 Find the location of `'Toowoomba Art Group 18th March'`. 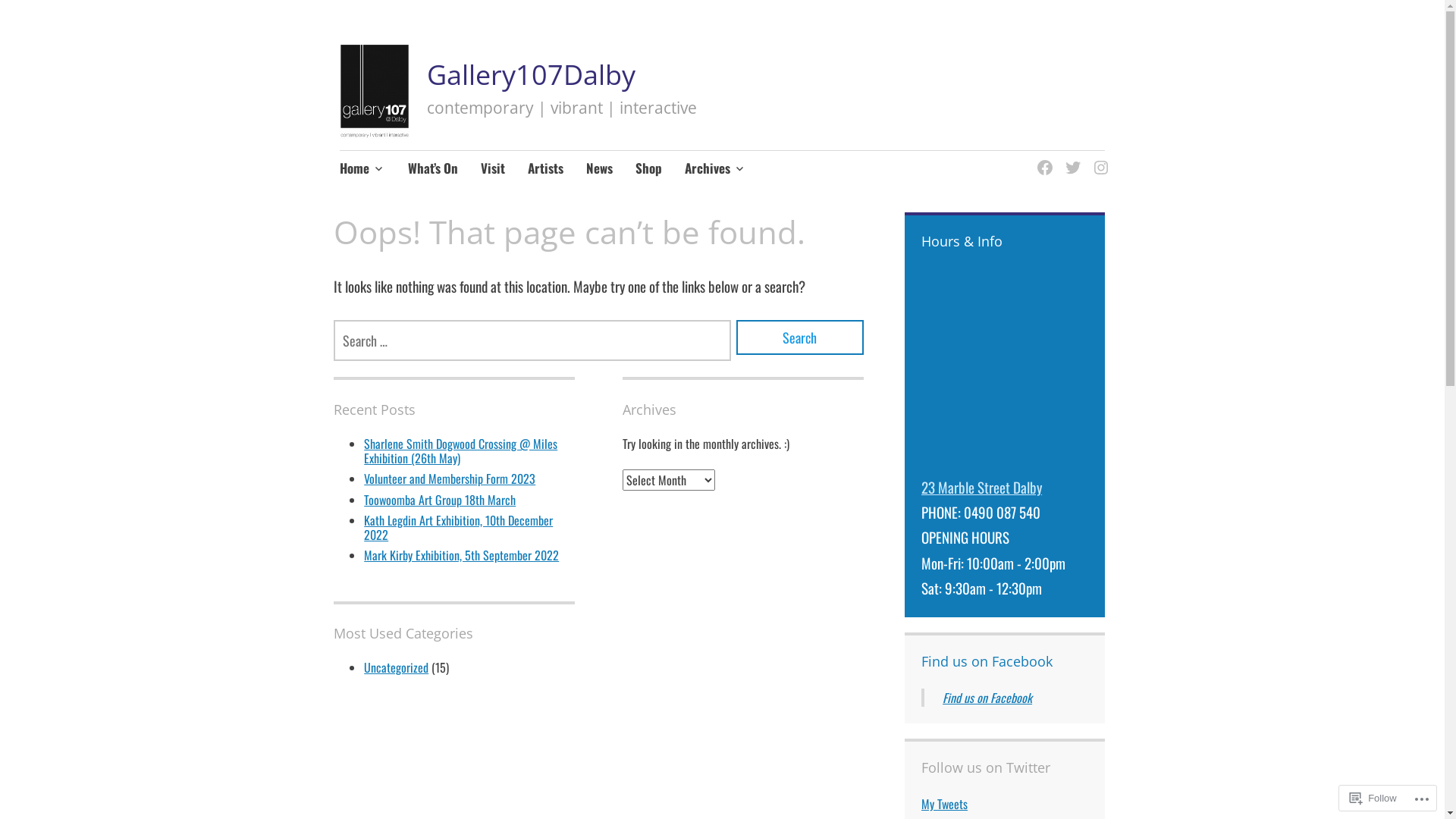

'Toowoomba Art Group 18th March' is located at coordinates (364, 500).